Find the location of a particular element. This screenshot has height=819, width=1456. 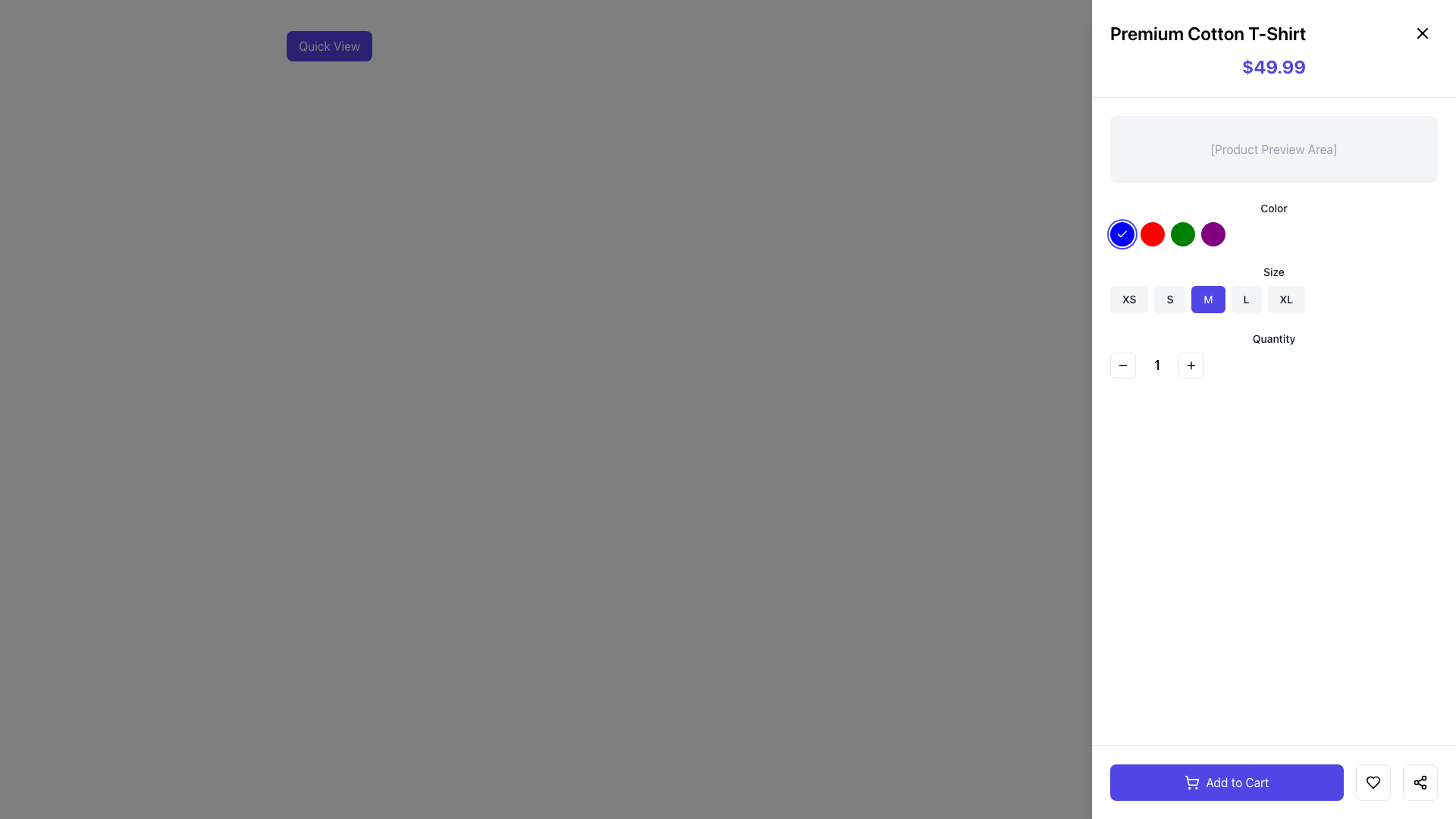

the 'Add to Cart' button containing the minimalist shopping cart icon located at the lower middle of the interface is located at coordinates (1191, 783).